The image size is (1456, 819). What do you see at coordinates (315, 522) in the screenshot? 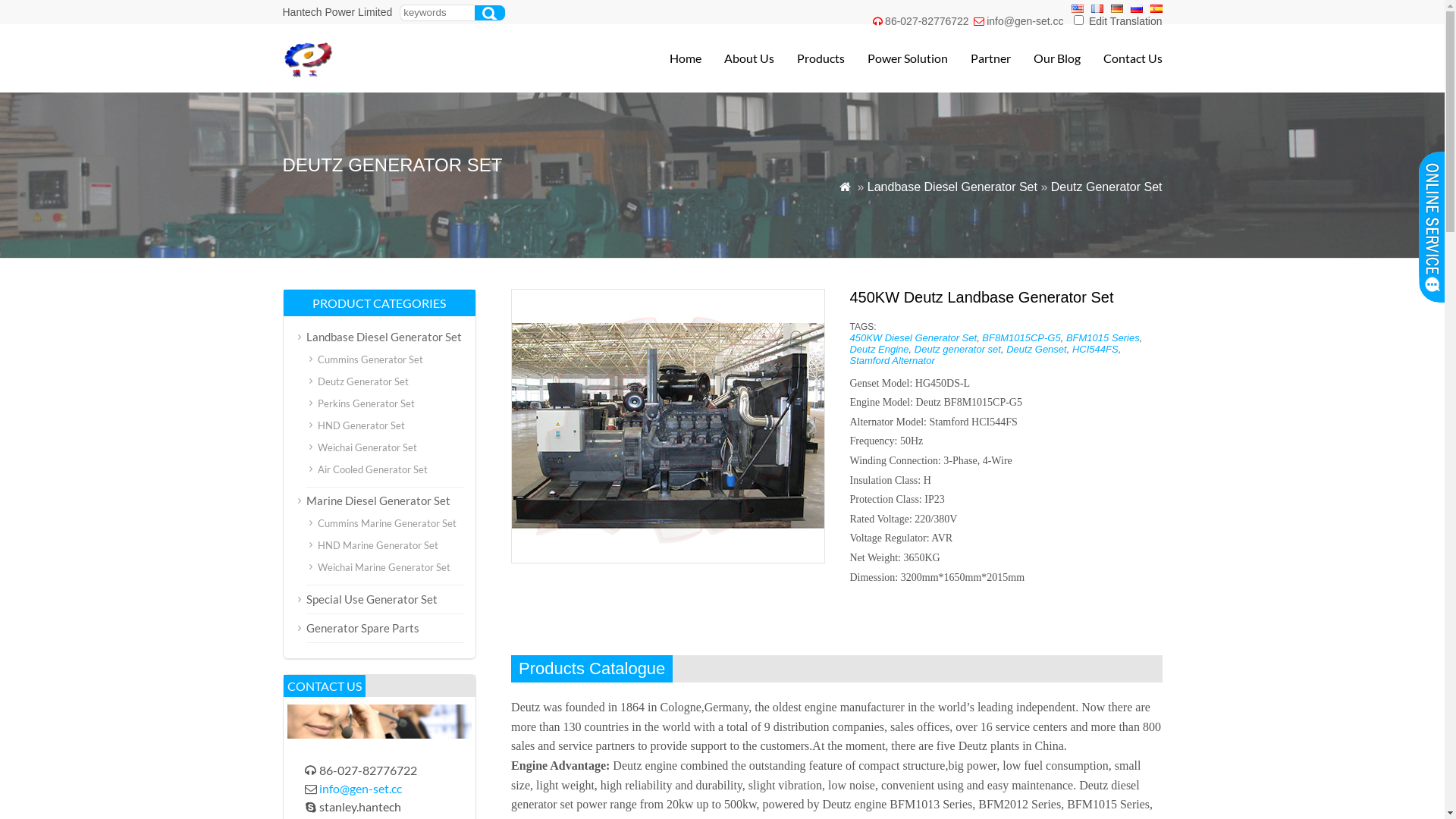
I see `'Cummins Marine Generator Set'` at bounding box center [315, 522].